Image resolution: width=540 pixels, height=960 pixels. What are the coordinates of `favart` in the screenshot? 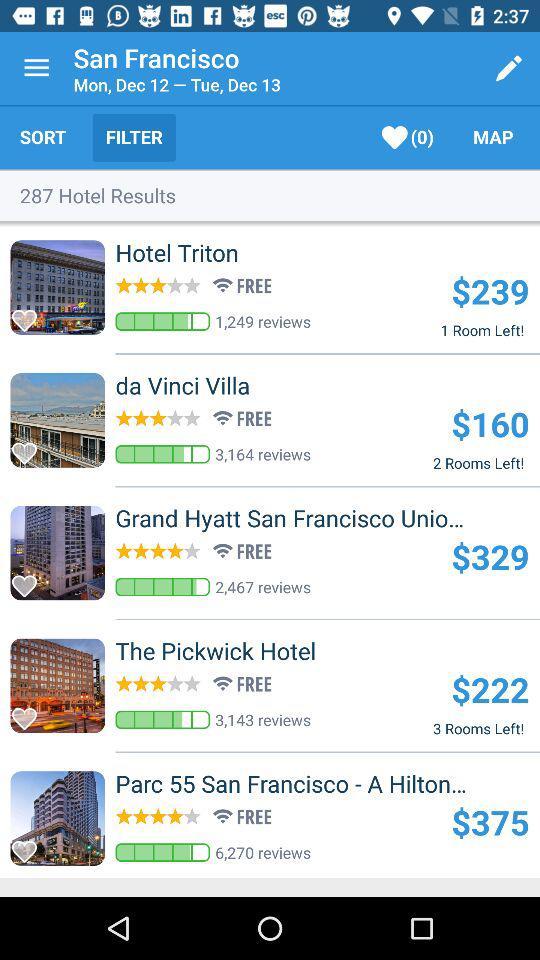 It's located at (29, 845).